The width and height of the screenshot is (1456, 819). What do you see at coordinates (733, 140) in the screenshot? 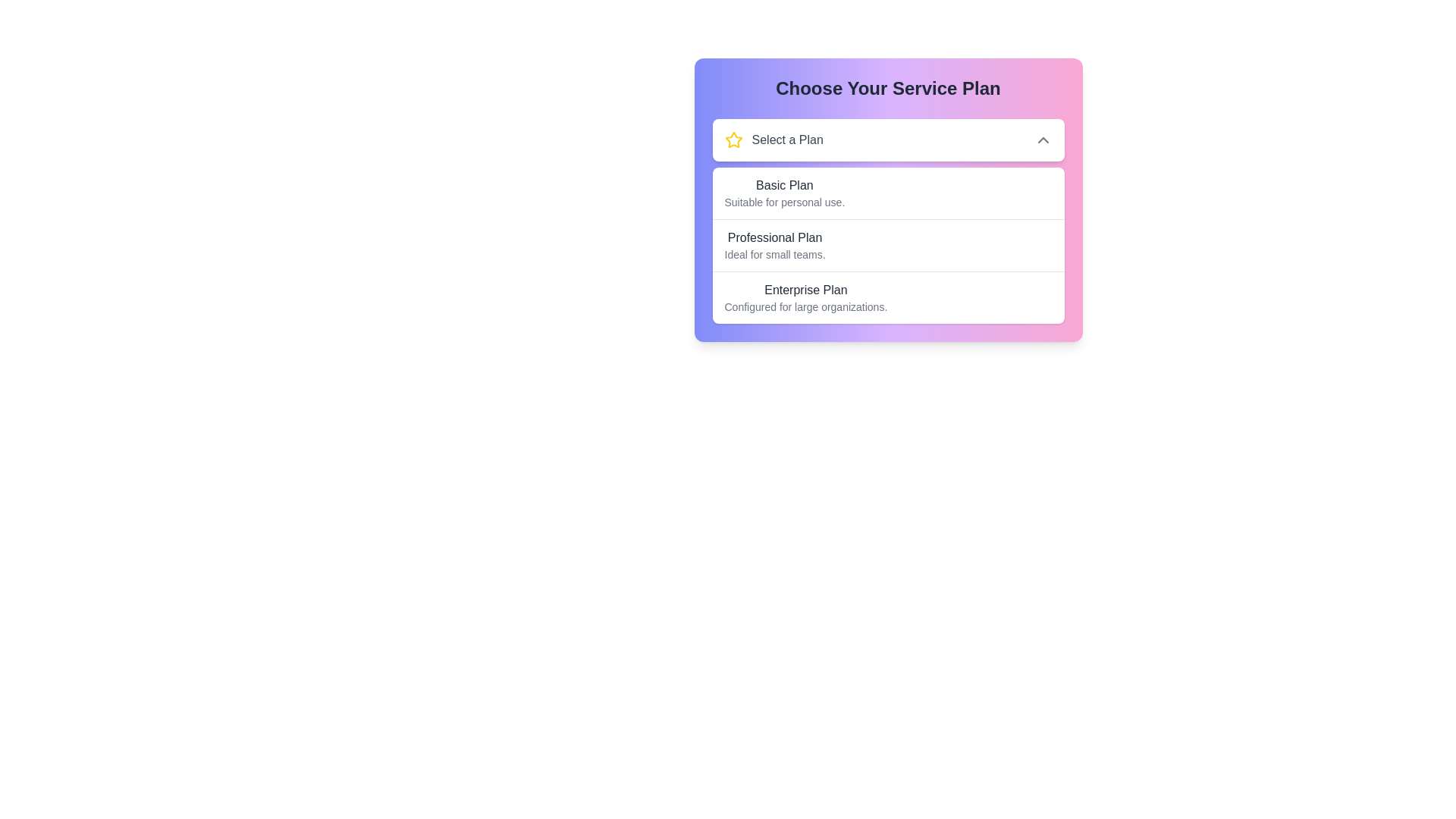
I see `the yellow star icon located to the left of the 'Select a Plan' text in the 'Choose Your Service Plan' modal to mark it as a favorite` at bounding box center [733, 140].